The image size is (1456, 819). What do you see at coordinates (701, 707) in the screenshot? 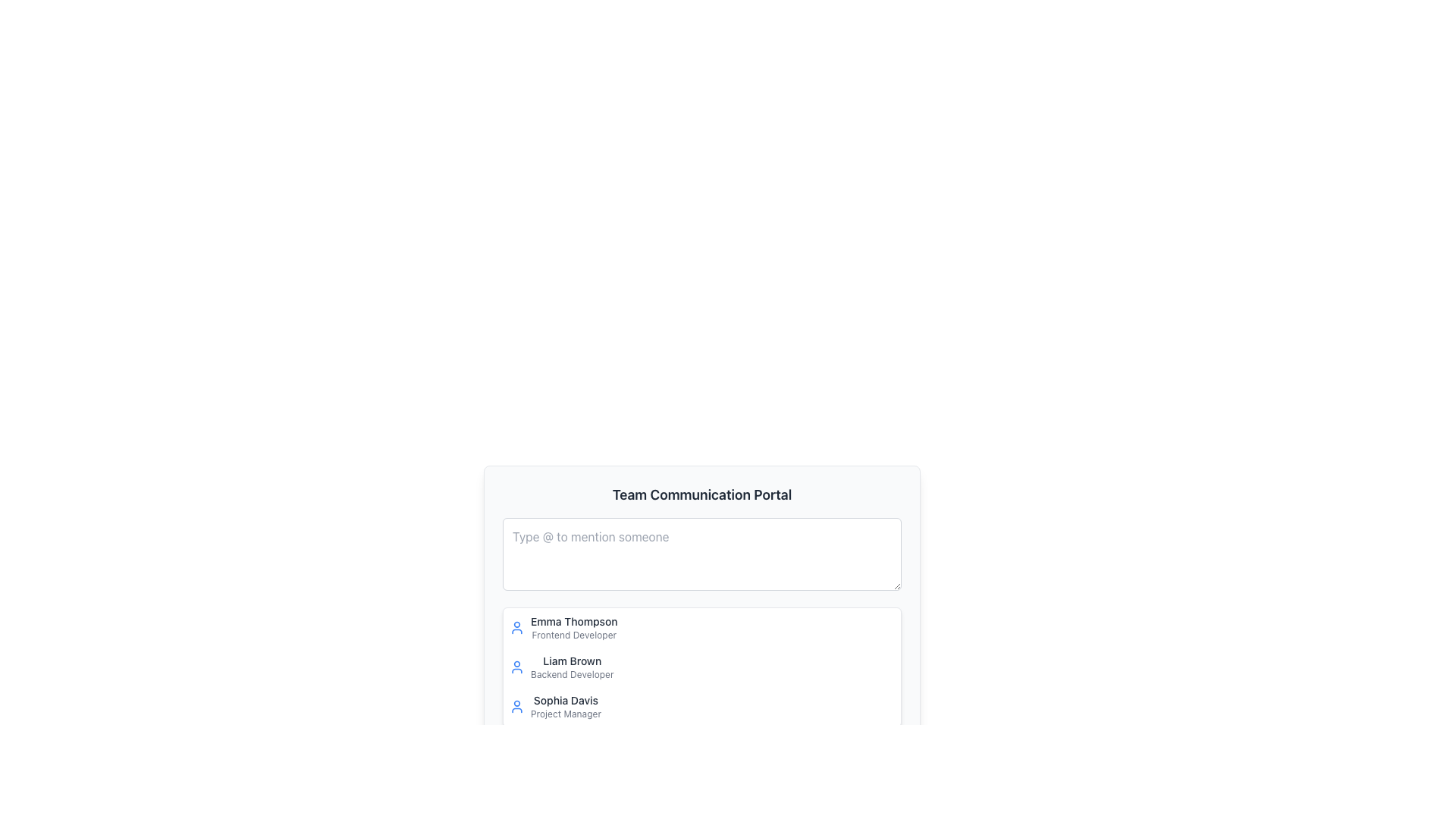
I see `the informational card for the individual in the third position of the list, which identifies the person by name and role` at bounding box center [701, 707].